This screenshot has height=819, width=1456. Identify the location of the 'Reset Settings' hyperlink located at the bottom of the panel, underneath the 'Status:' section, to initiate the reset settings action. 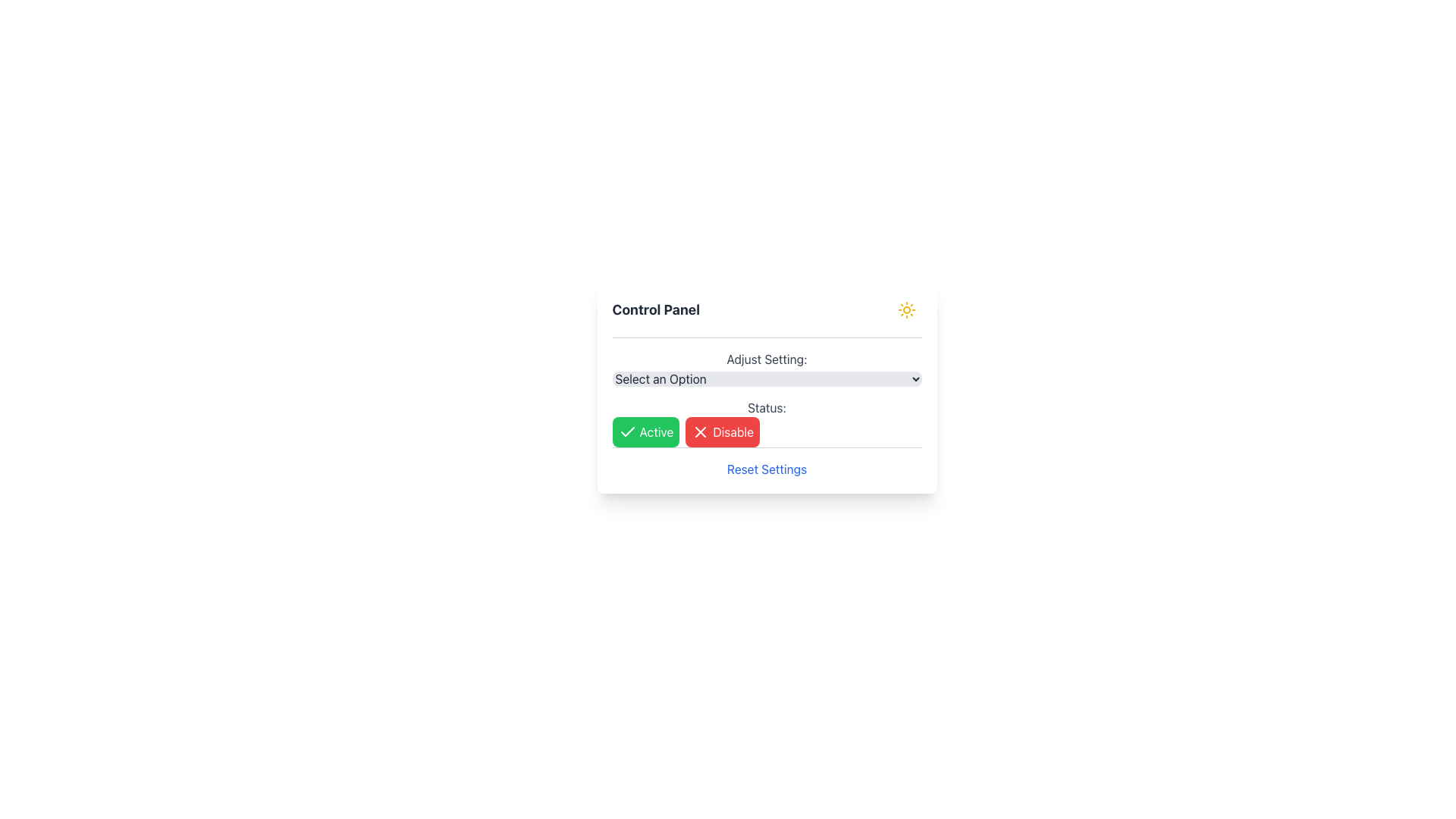
(767, 462).